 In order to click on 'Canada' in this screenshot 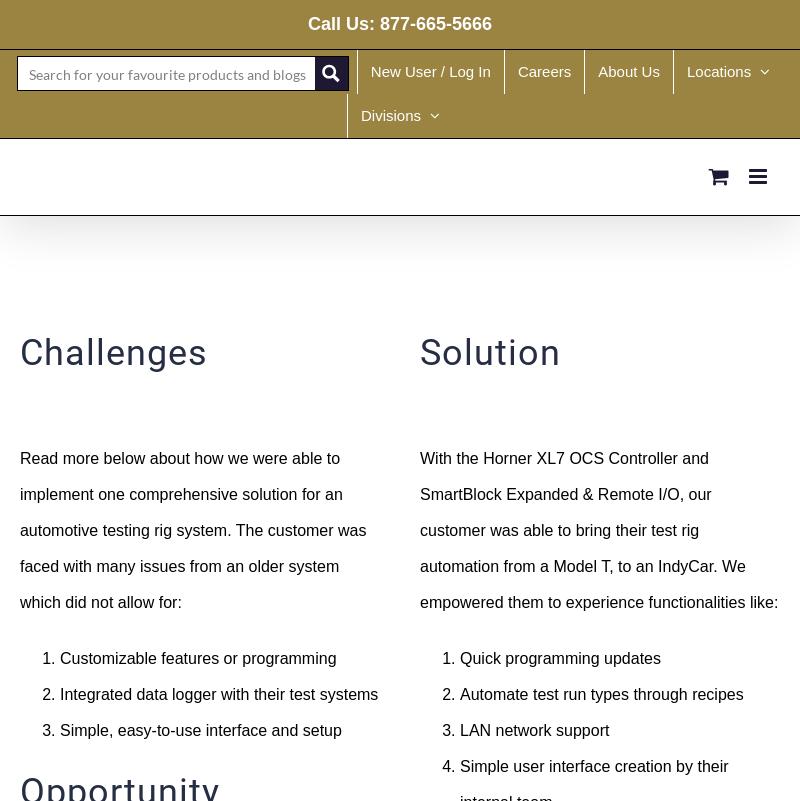, I will do `click(683, 109)`.